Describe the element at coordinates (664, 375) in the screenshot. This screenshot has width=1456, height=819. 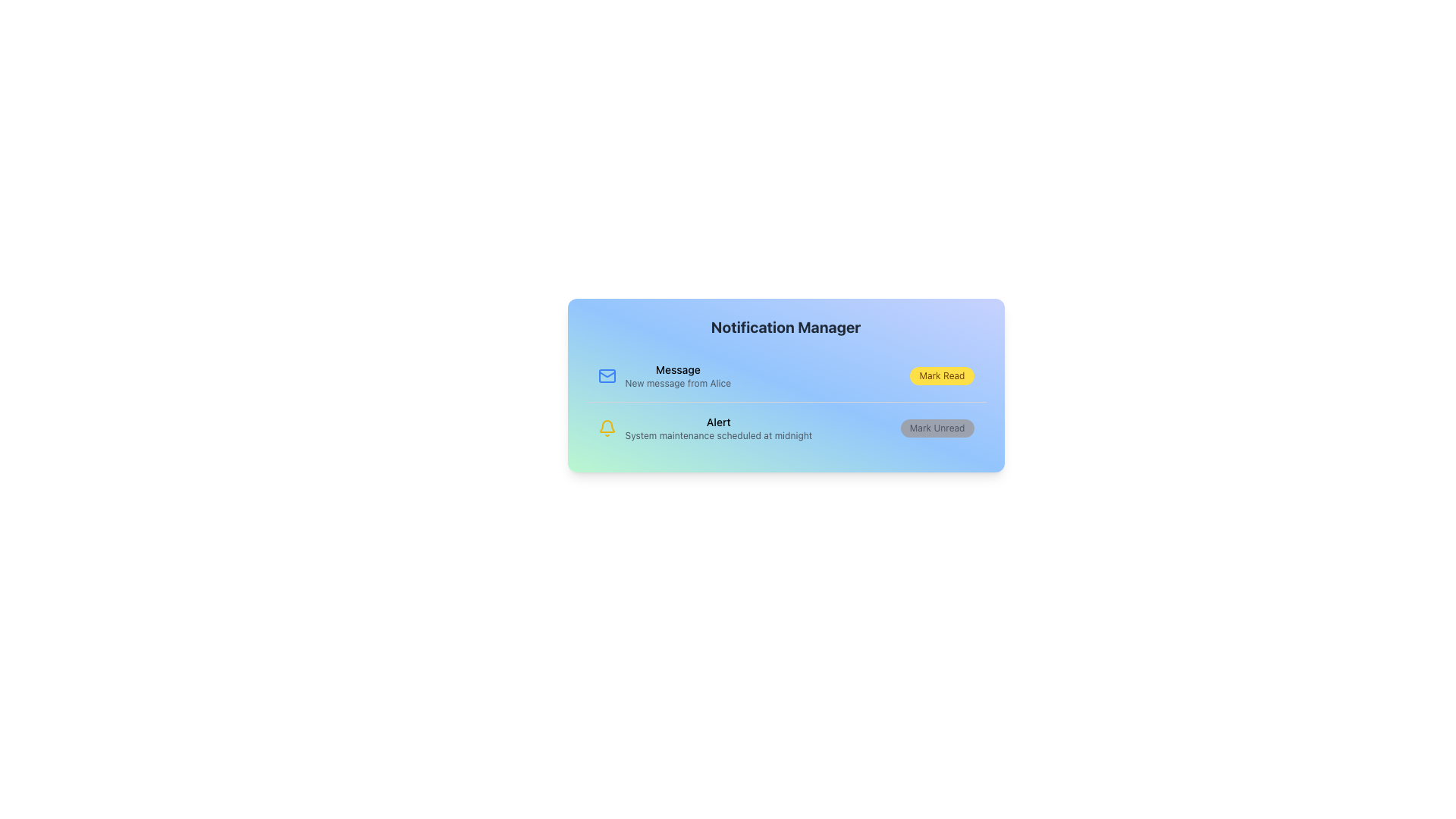
I see `the Text and Icon Combination element that features bold text 'Message' and smaller text 'New message from Alice' with an envelope icon to the left` at that location.